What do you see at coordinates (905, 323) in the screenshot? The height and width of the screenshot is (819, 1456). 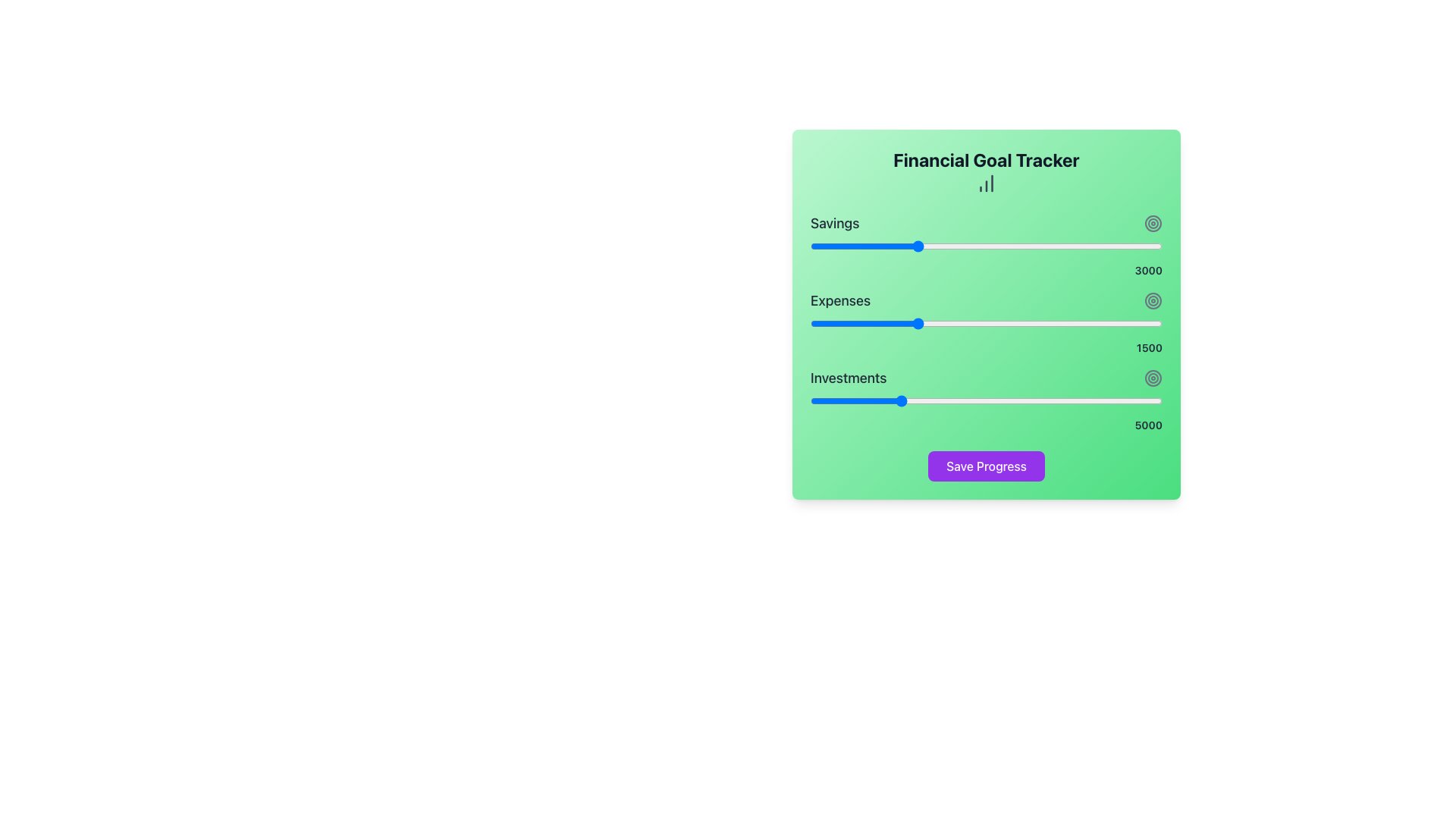 I see `the expenses slider` at bounding box center [905, 323].